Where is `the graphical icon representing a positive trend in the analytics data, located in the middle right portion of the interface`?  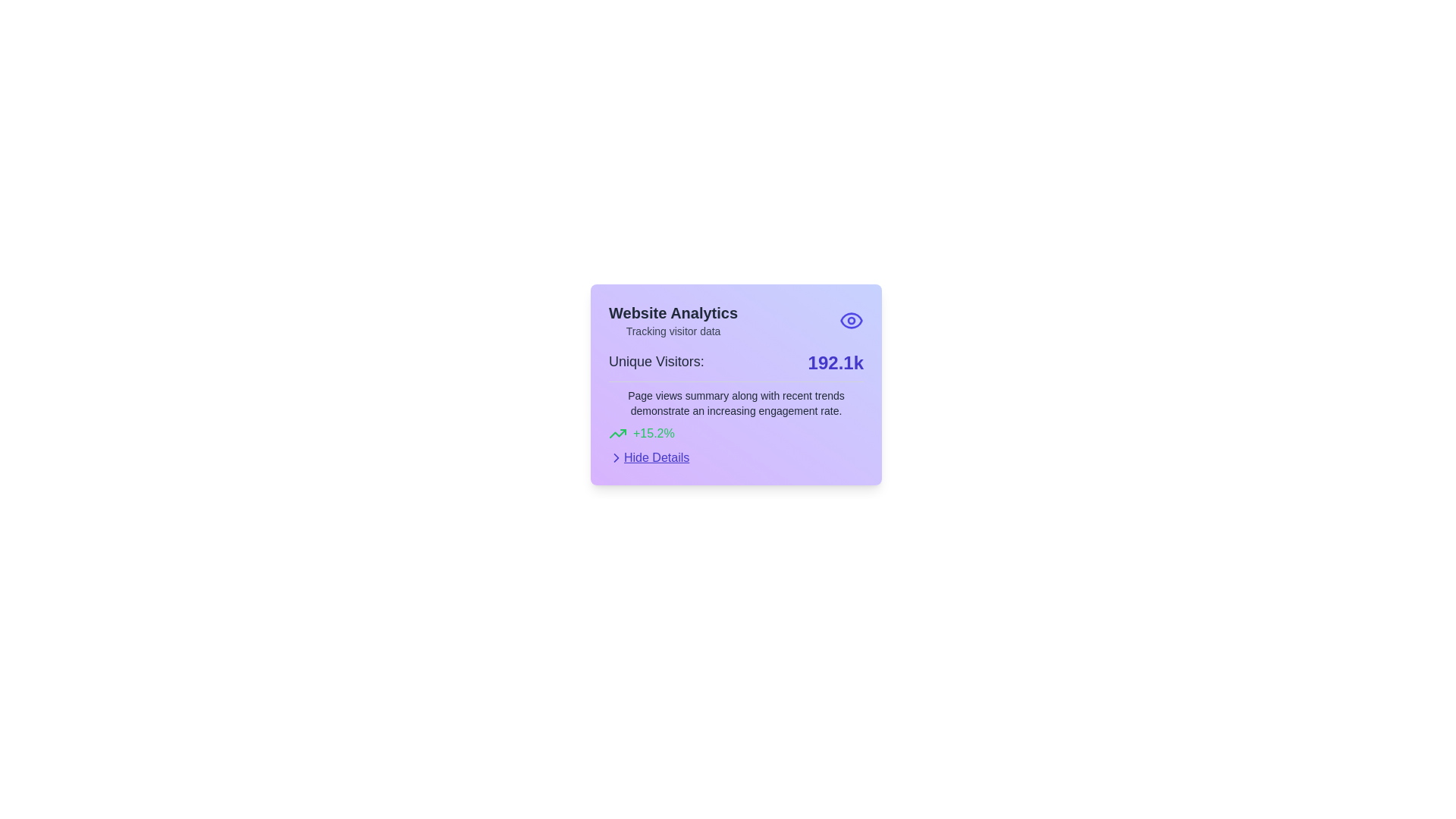
the graphical icon representing a positive trend in the analytics data, located in the middle right portion of the interface is located at coordinates (618, 433).